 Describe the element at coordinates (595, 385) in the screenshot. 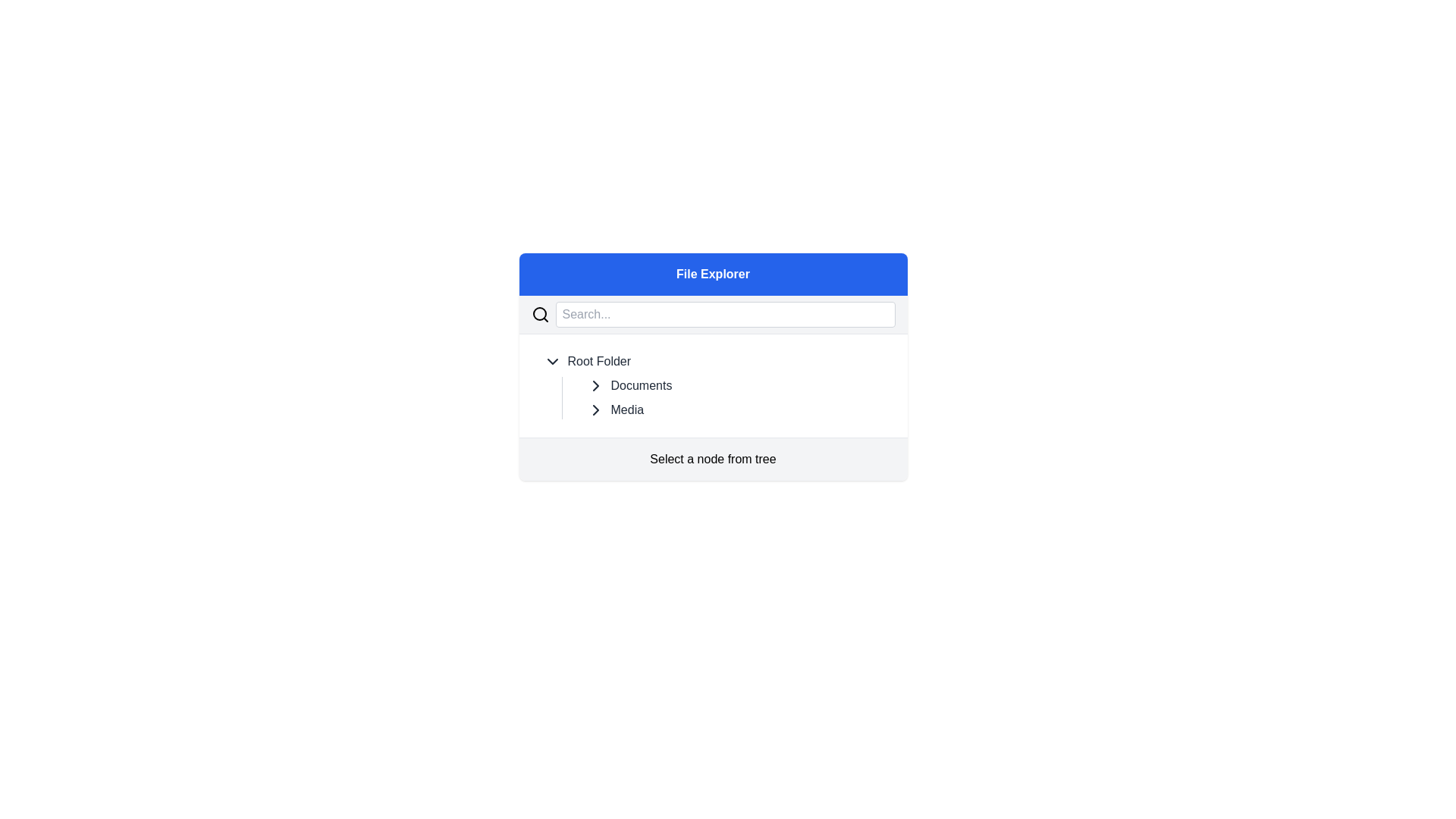

I see `the chevron icon` at that location.